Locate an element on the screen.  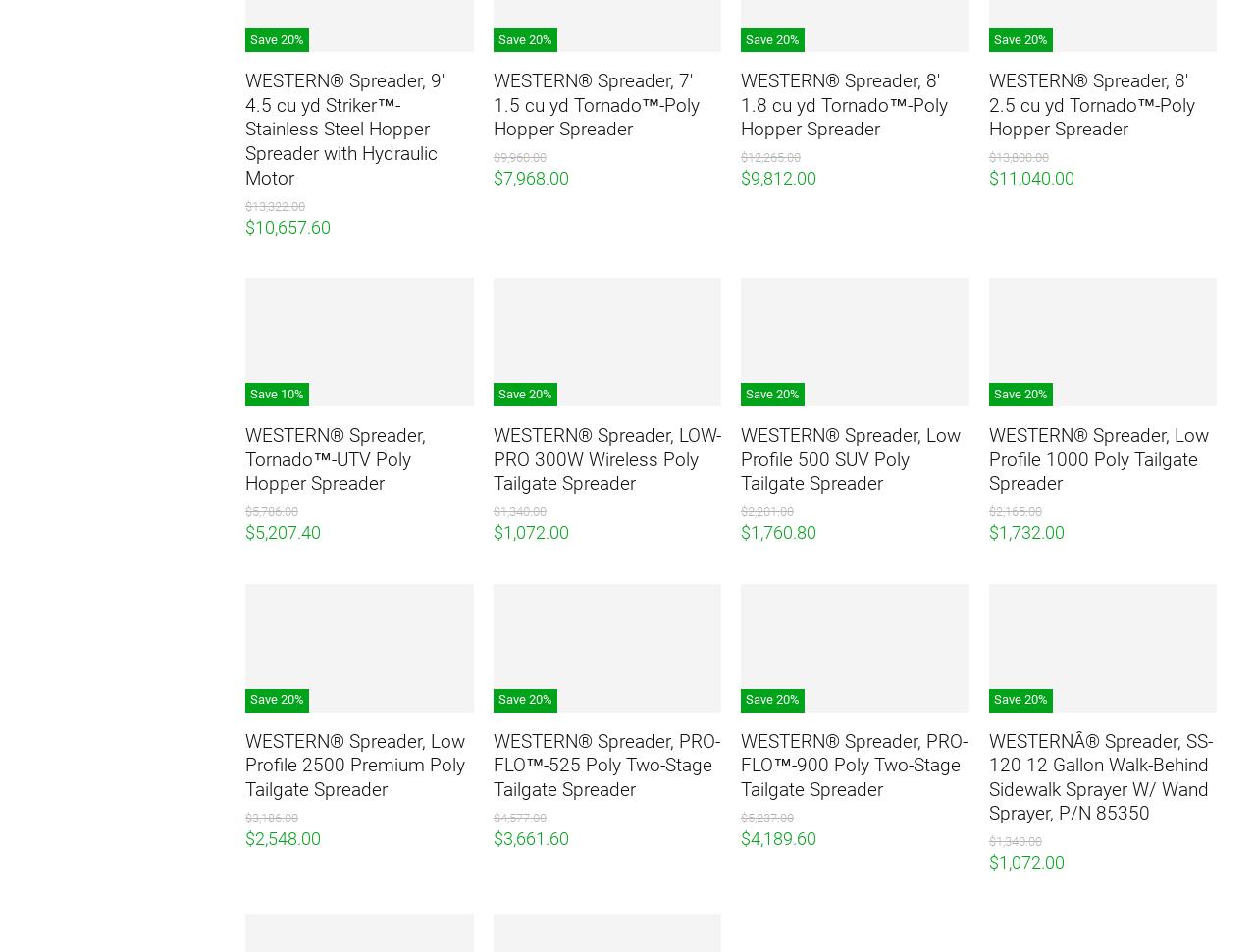
'$2,201.00' is located at coordinates (765, 511).